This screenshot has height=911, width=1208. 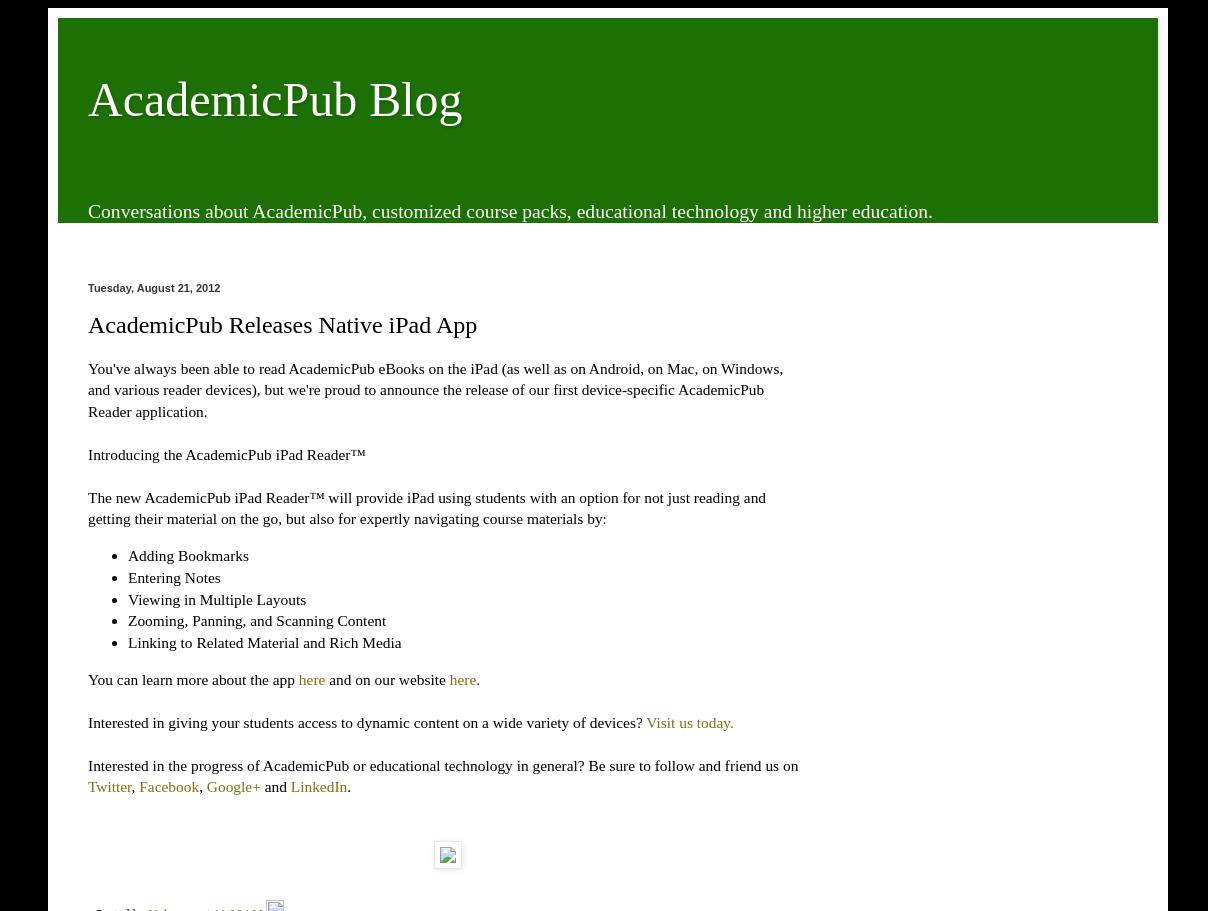 What do you see at coordinates (187, 554) in the screenshot?
I see `'Adding Bookmarks'` at bounding box center [187, 554].